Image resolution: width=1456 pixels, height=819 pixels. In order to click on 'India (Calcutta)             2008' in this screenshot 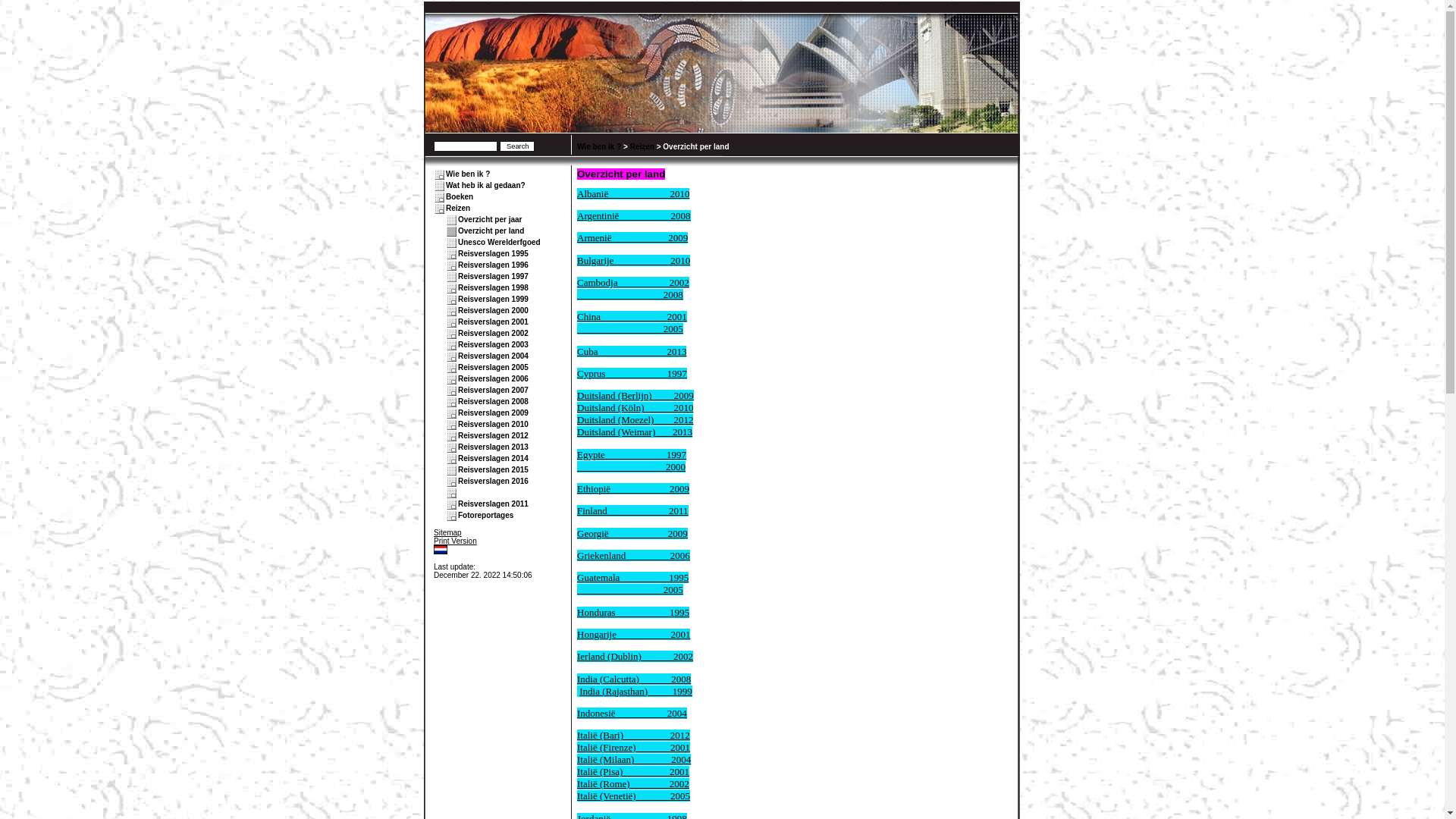, I will do `click(633, 678)`.